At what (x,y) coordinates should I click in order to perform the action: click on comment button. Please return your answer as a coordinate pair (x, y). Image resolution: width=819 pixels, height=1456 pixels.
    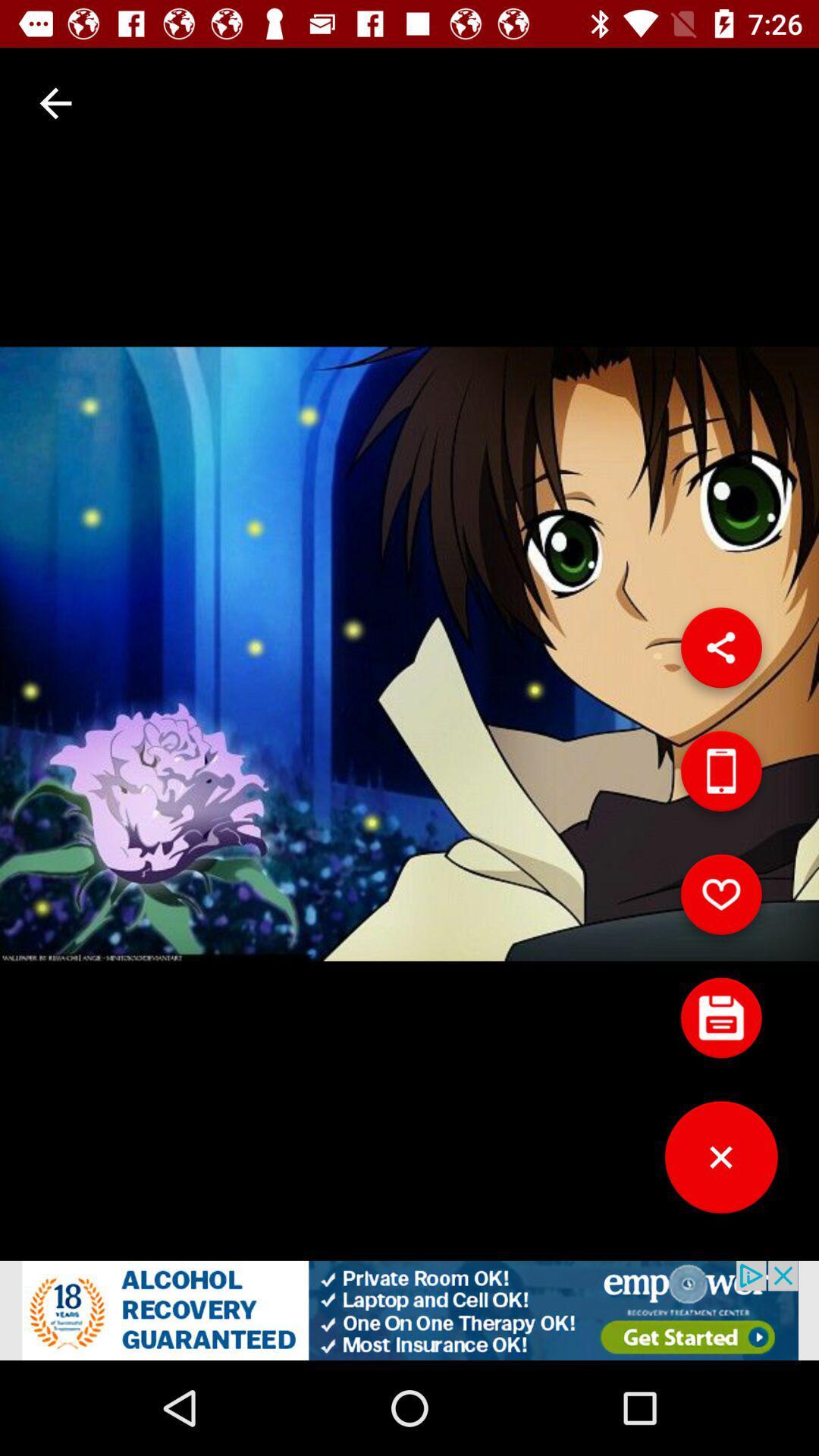
    Looking at the image, I should click on (720, 1024).